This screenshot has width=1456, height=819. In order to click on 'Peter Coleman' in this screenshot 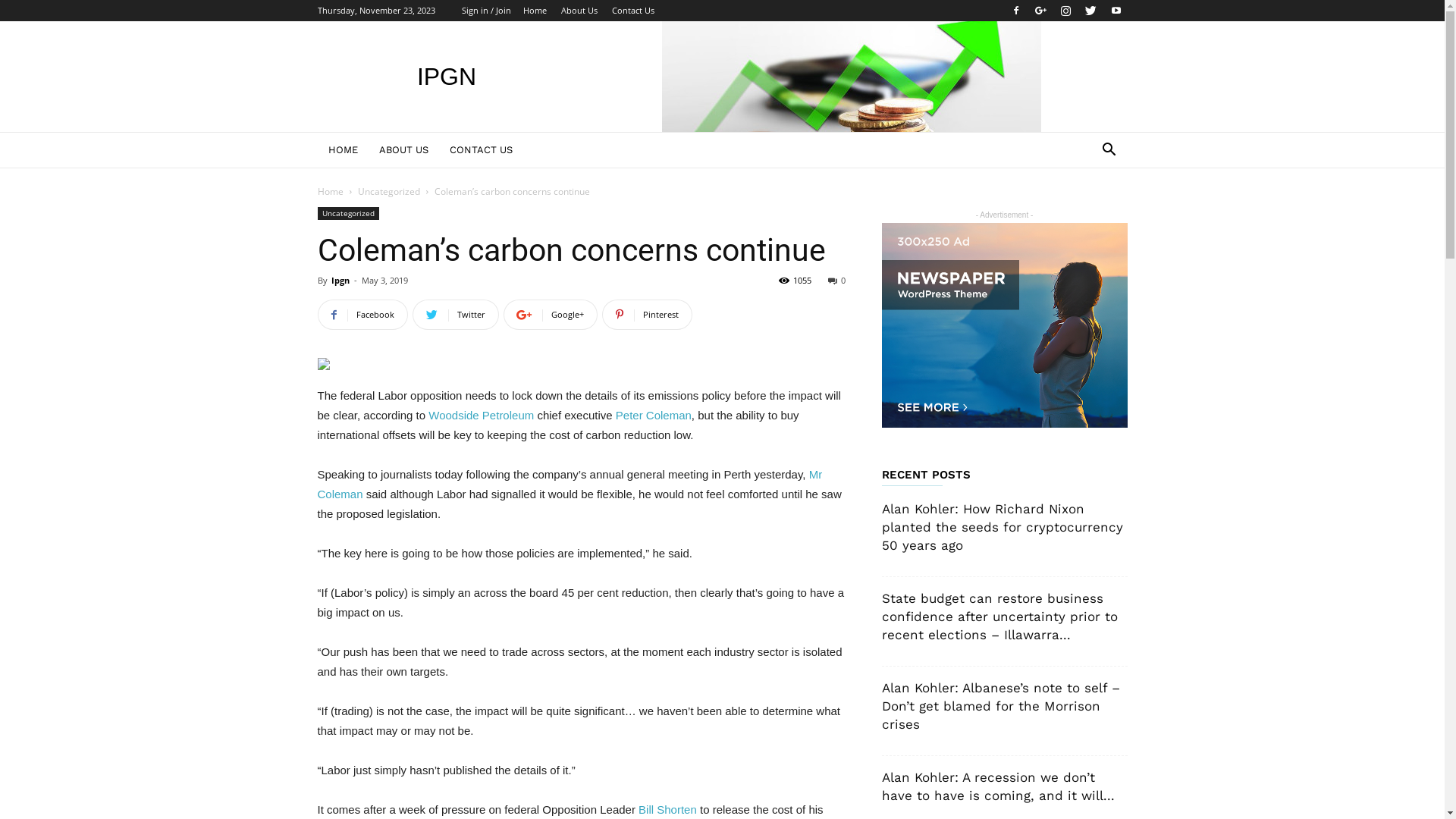, I will do `click(654, 415)`.